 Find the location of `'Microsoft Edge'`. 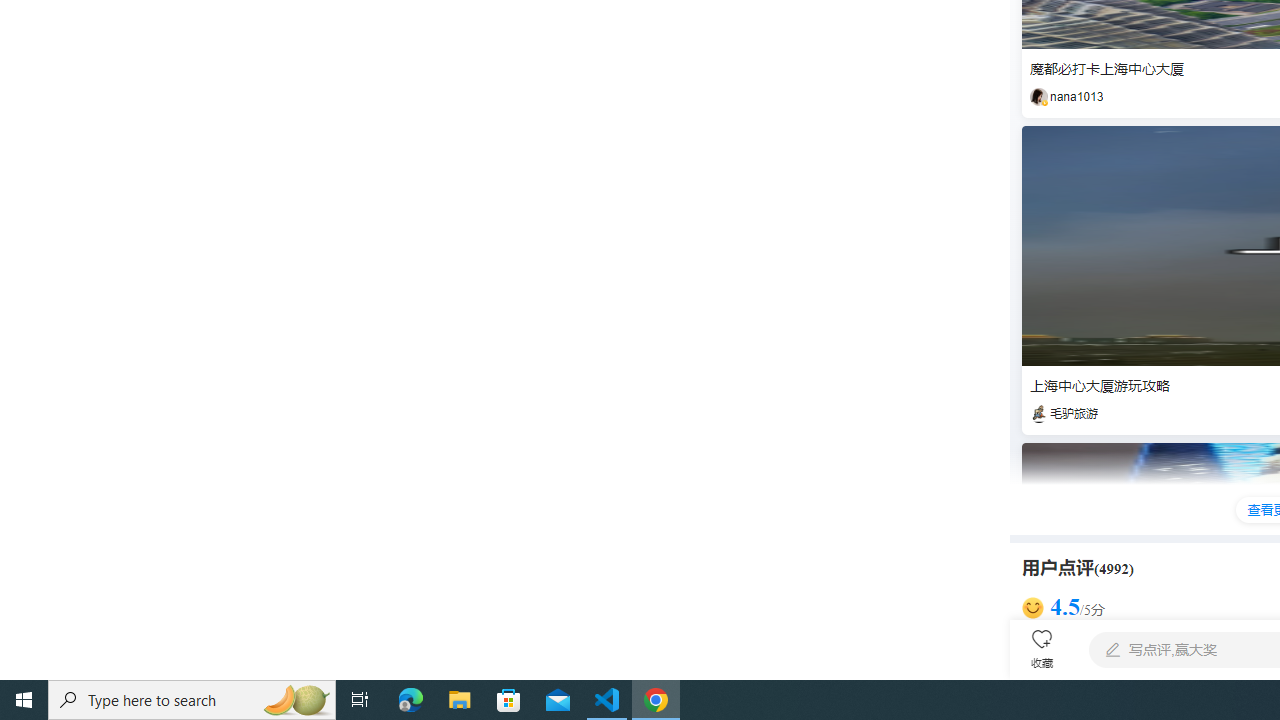

'Microsoft Edge' is located at coordinates (410, 698).